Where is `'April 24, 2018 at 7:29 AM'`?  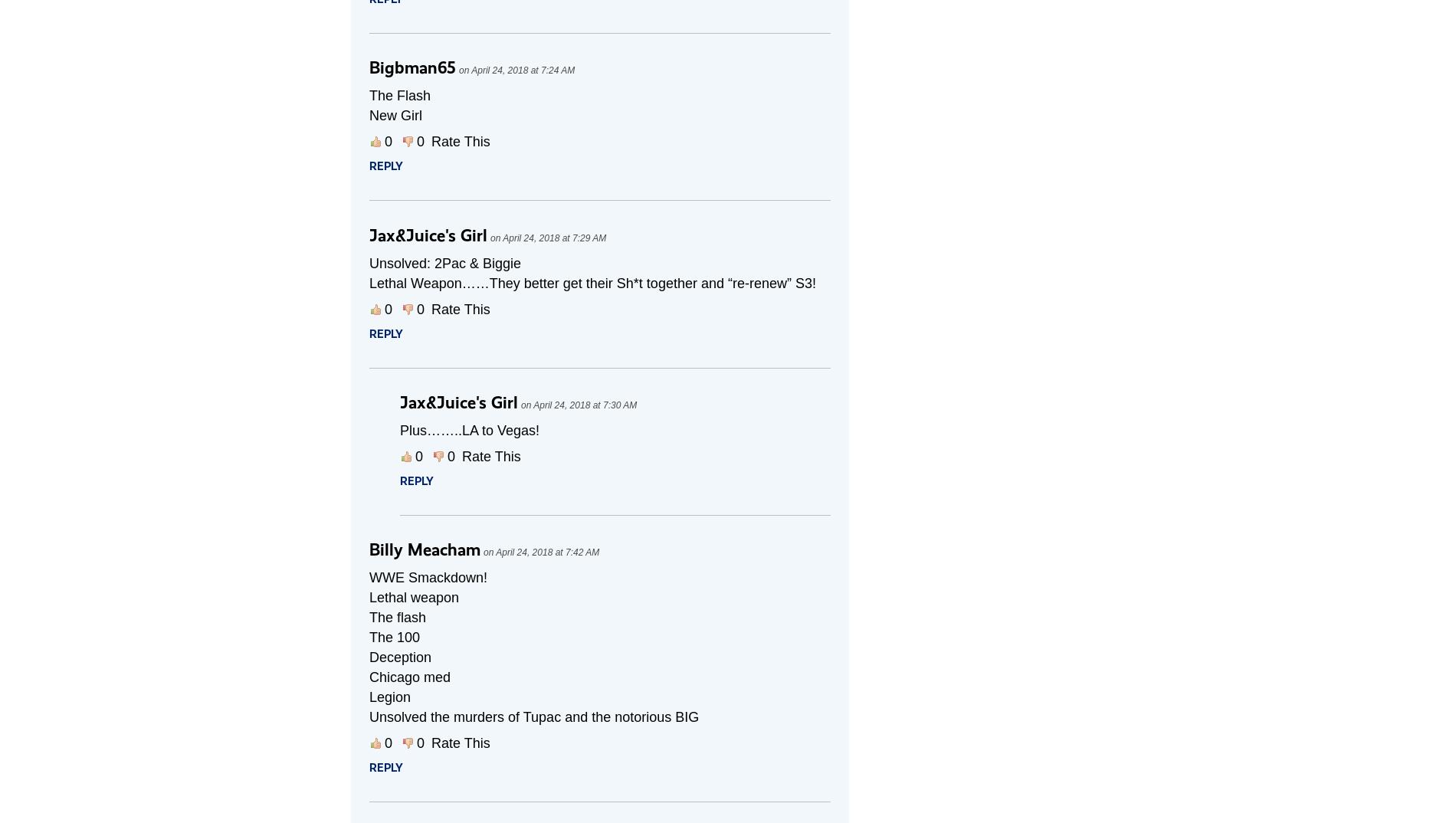 'April 24, 2018 at 7:29 AM' is located at coordinates (553, 238).